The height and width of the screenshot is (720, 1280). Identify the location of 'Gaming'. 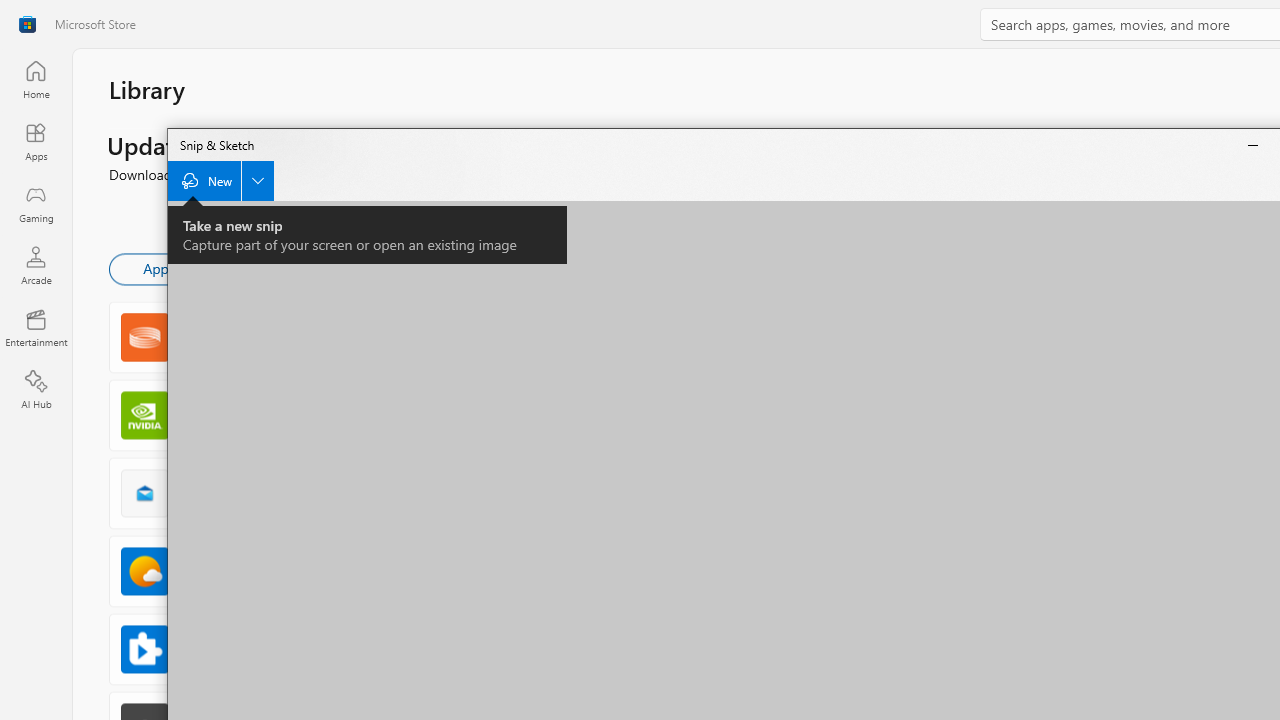
(35, 203).